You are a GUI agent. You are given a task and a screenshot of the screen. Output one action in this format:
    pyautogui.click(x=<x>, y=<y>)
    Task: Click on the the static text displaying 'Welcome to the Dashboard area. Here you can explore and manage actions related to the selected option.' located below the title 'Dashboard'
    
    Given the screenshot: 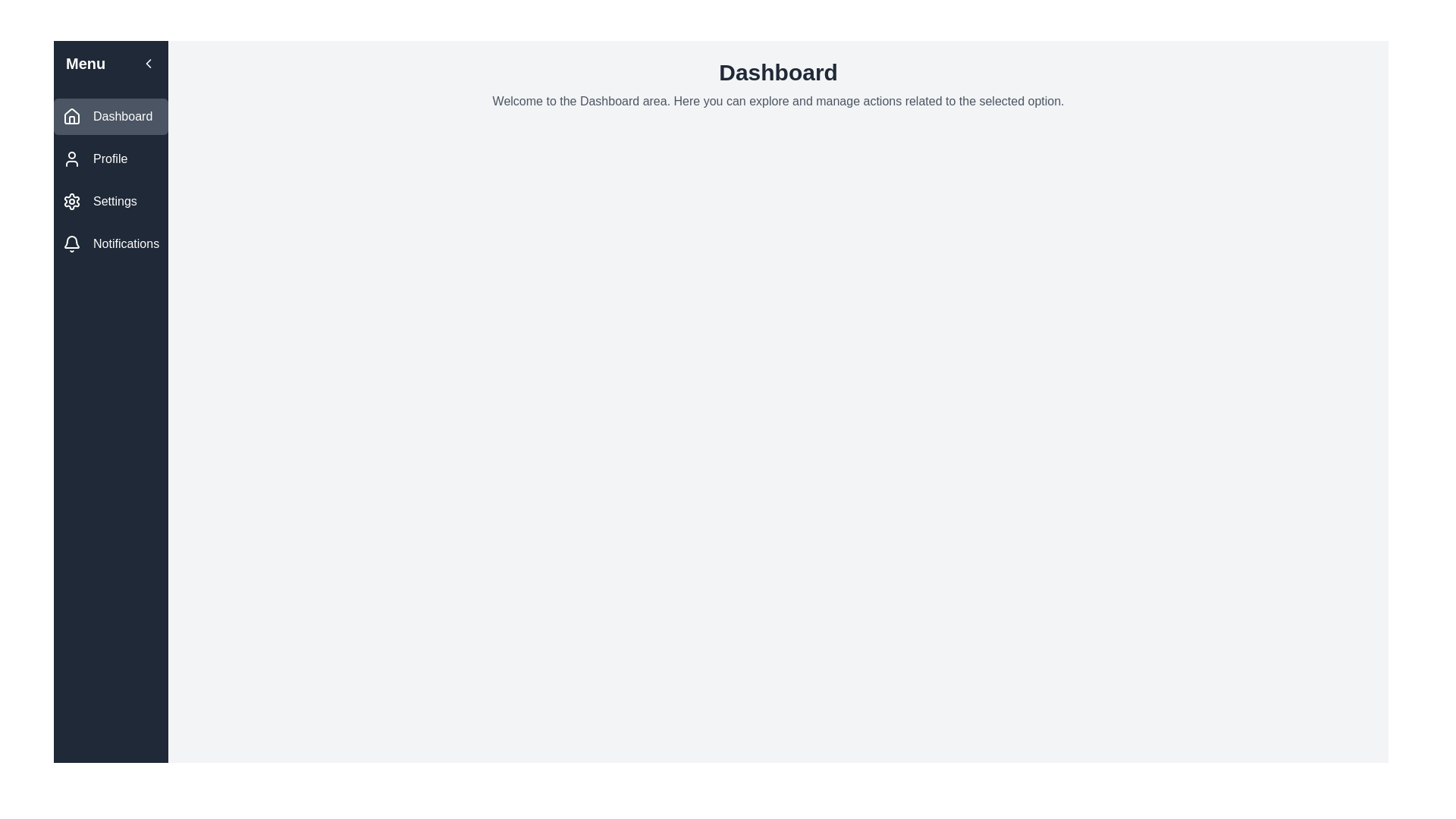 What is the action you would take?
    pyautogui.click(x=778, y=102)
    